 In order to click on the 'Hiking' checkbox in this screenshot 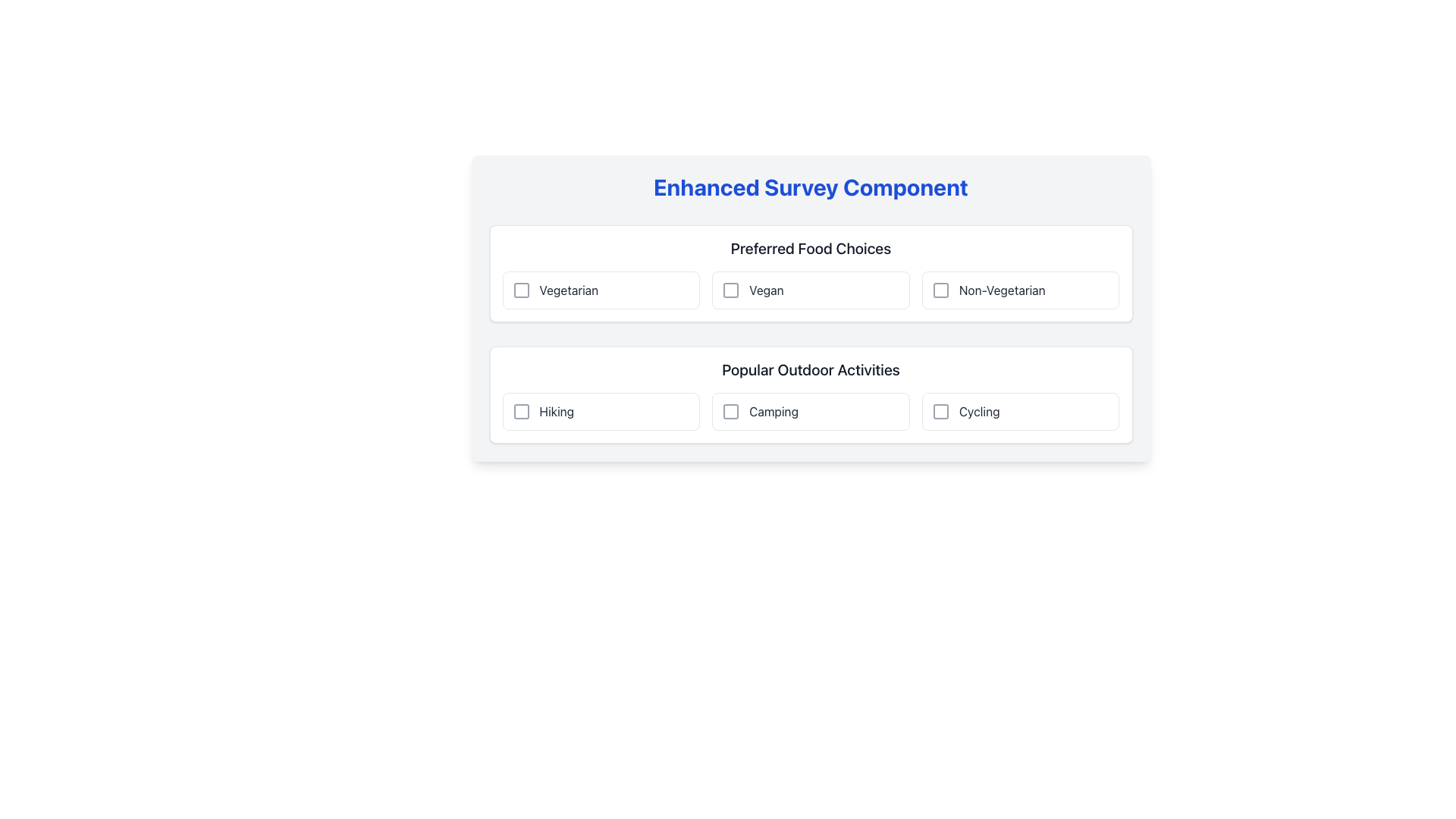, I will do `click(600, 412)`.